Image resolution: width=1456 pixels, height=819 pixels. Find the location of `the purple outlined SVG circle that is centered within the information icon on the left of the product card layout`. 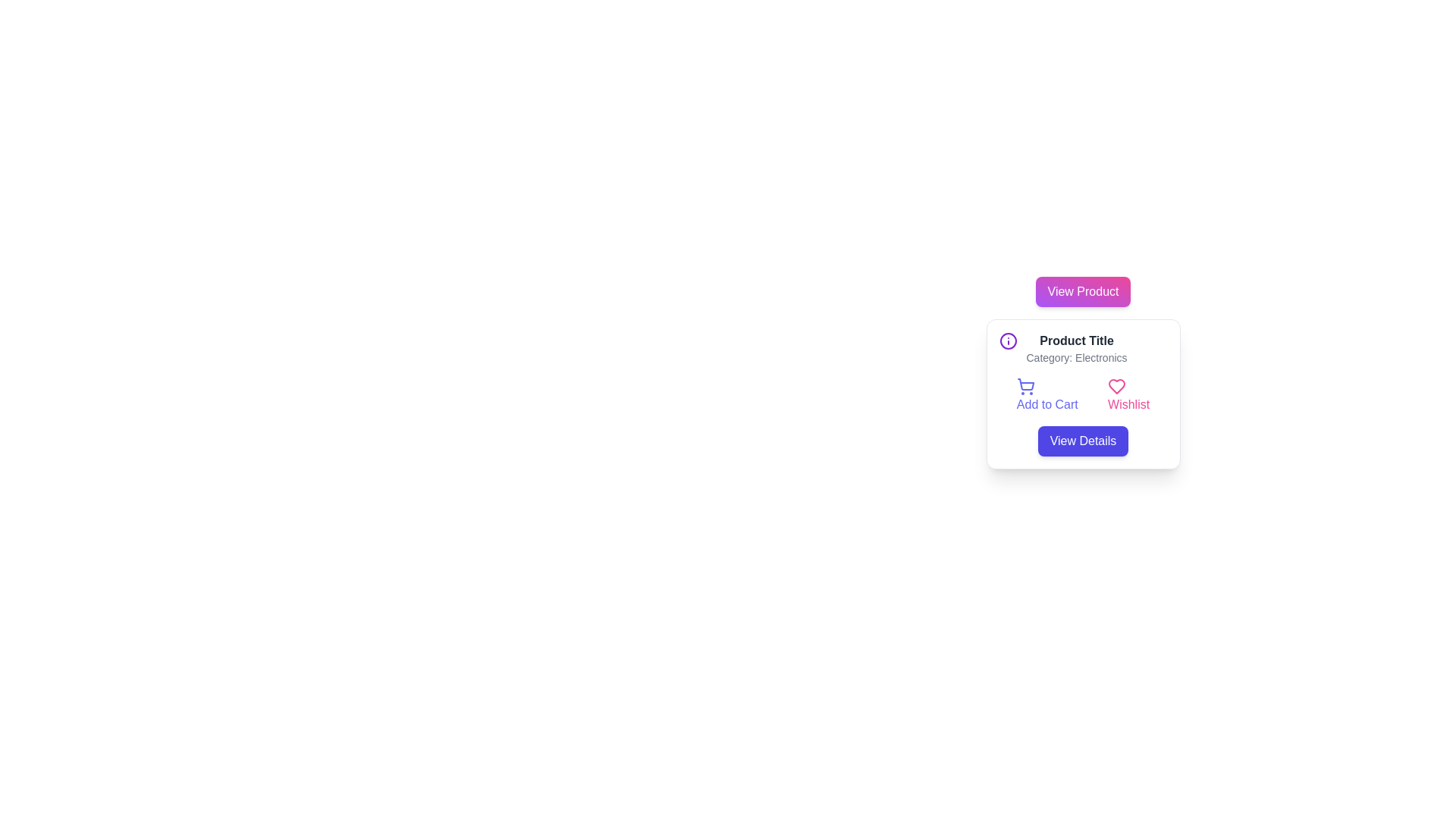

the purple outlined SVG circle that is centered within the information icon on the left of the product card layout is located at coordinates (1008, 341).